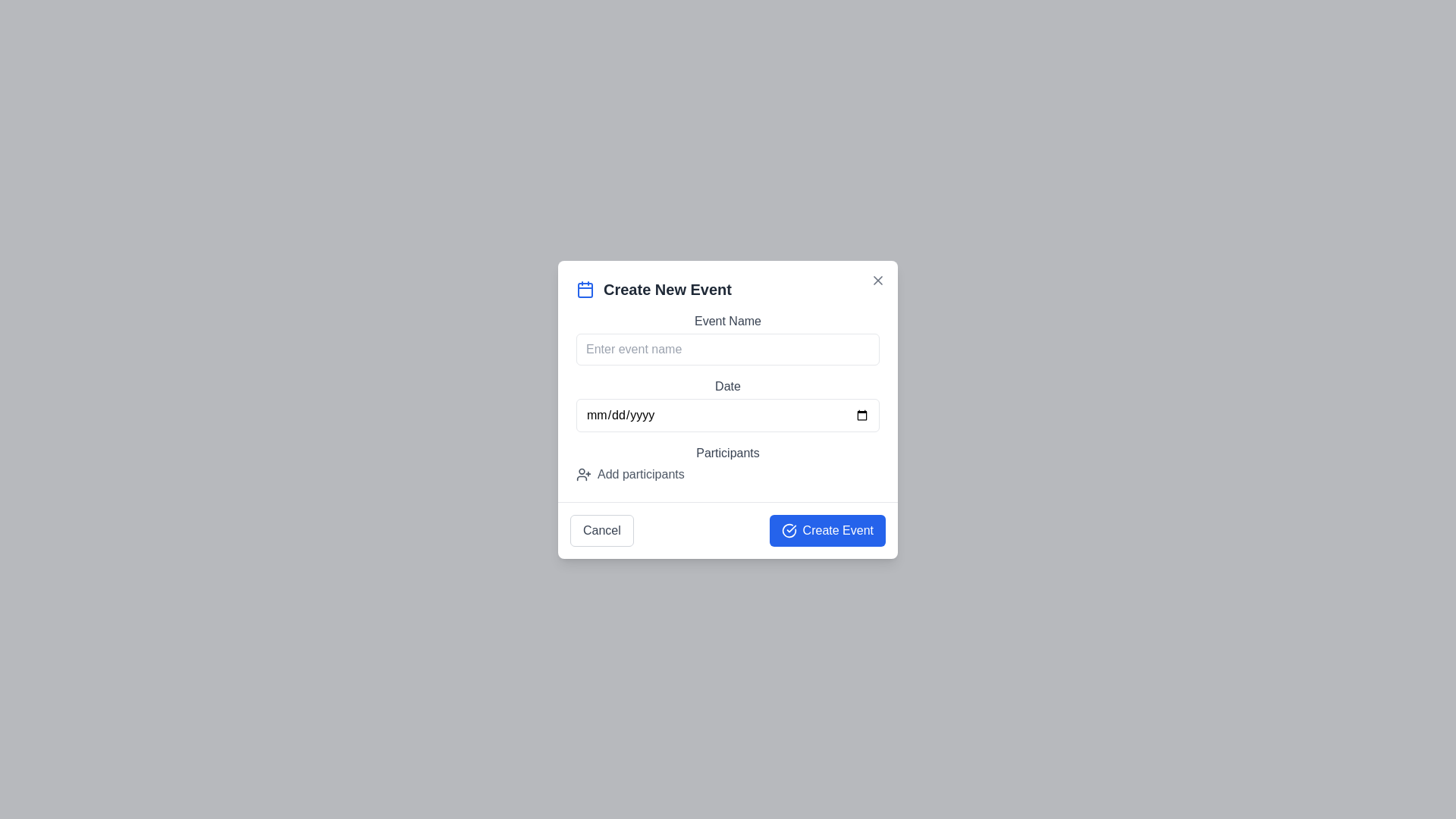 The image size is (1456, 819). What do you see at coordinates (582, 472) in the screenshot?
I see `the 'Add participants' icon located to the left of the 'Add participants' text in the user interface, which serves as a visual cue for adding participants` at bounding box center [582, 472].